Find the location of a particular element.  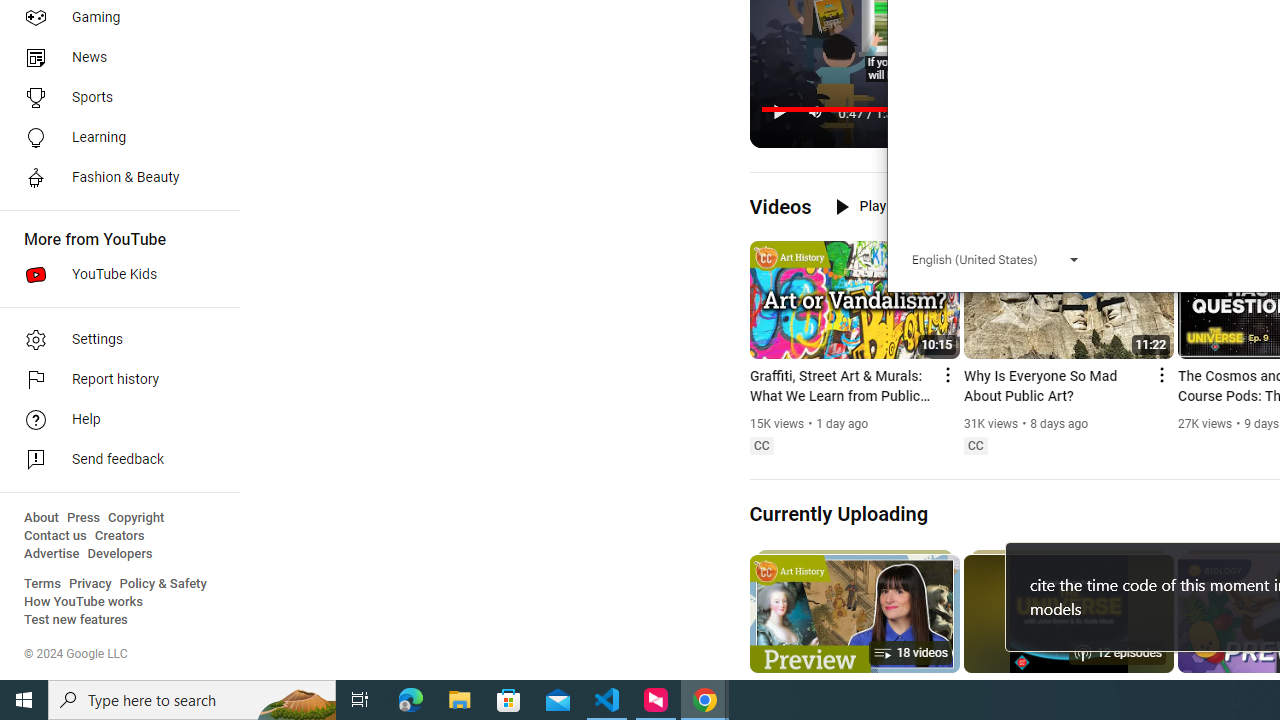

'Learning' is located at coordinates (112, 136).